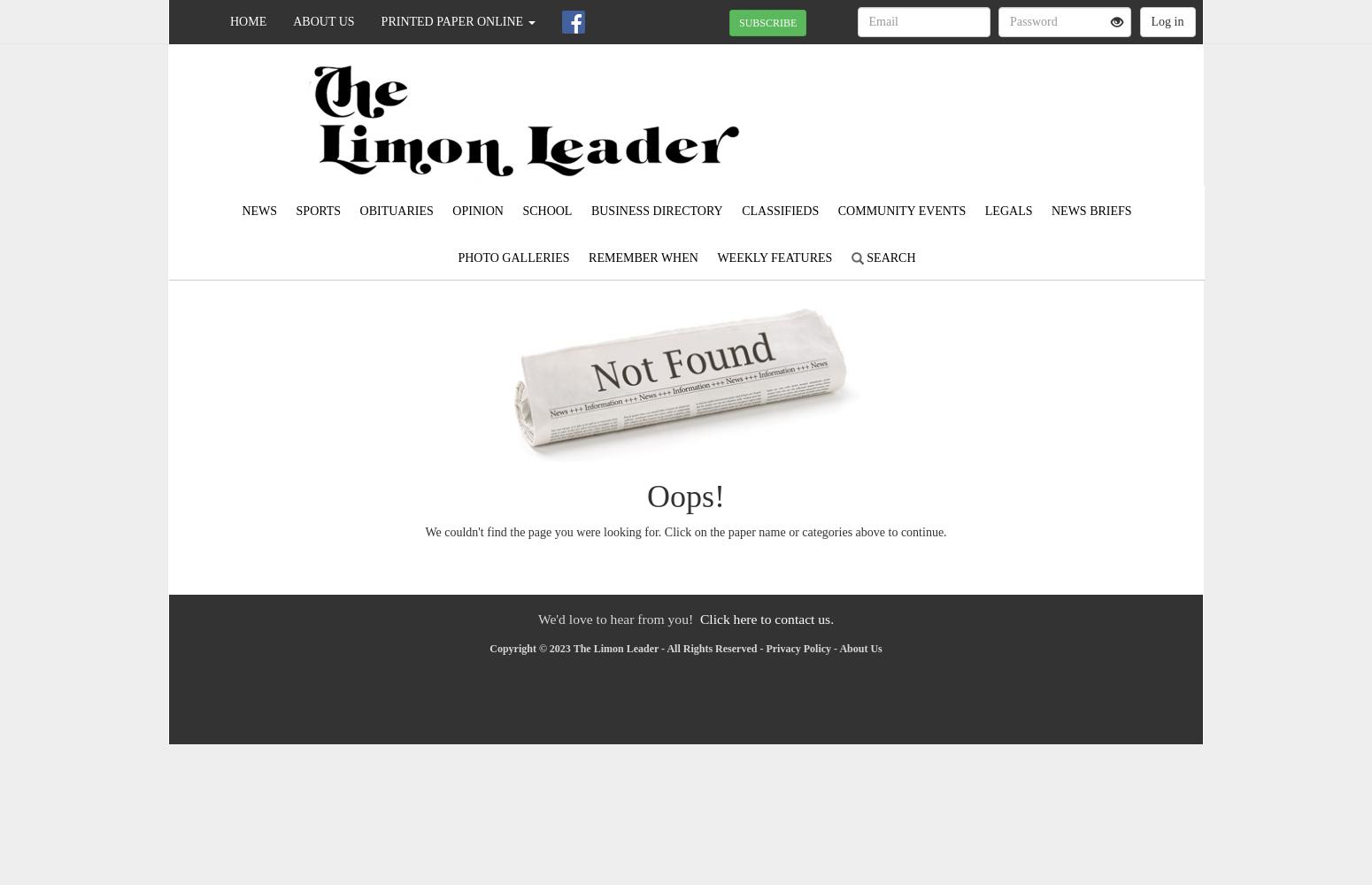  Describe the element at coordinates (258, 210) in the screenshot. I see `'News'` at that location.